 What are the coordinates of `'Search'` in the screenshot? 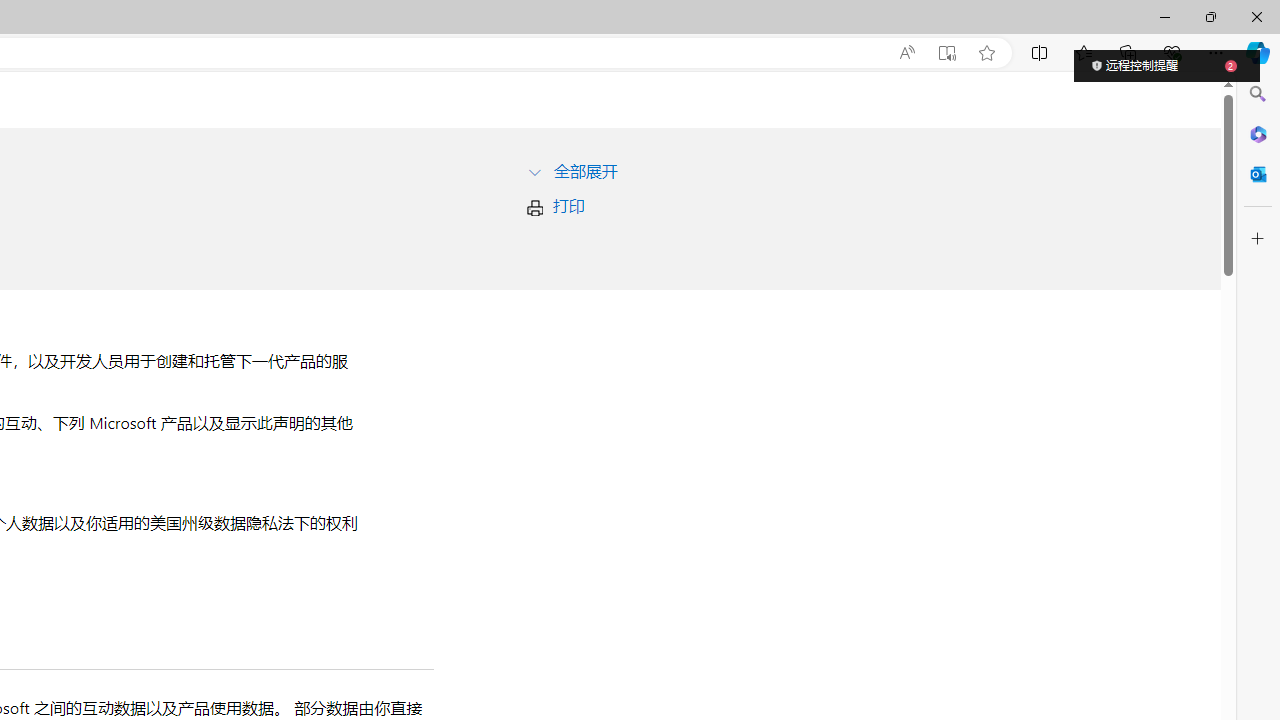 It's located at (1257, 94).